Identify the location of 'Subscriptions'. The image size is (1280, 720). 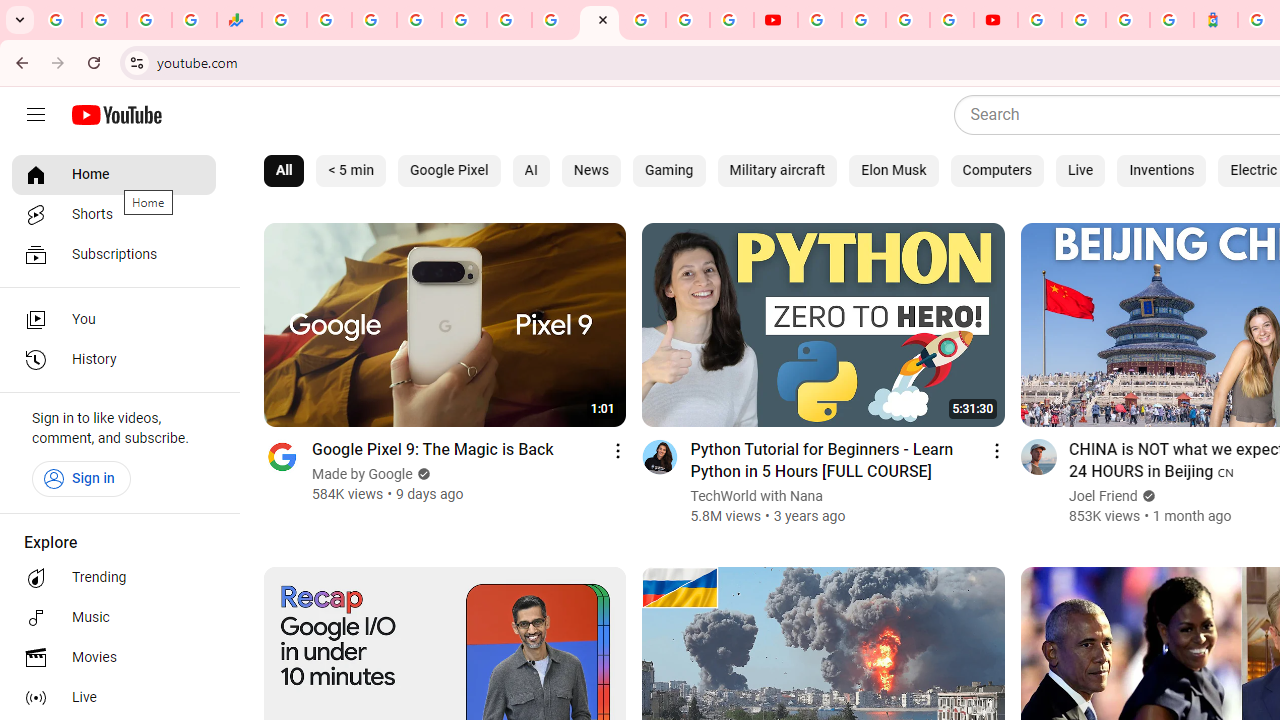
(112, 253).